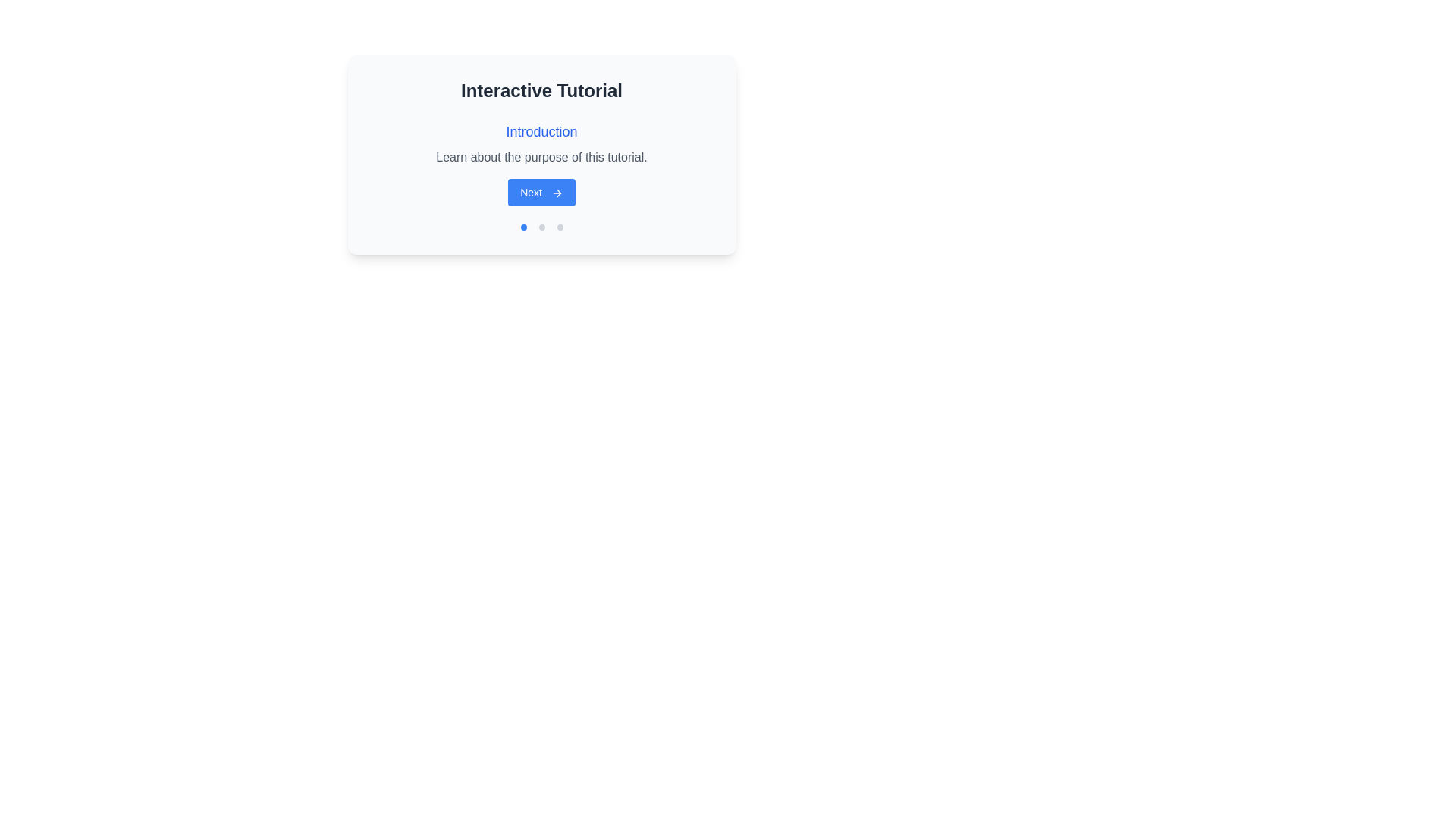 This screenshot has height=819, width=1456. What do you see at coordinates (541, 164) in the screenshot?
I see `the 'Next' button located at the bottom of the tutorial section to observe hover effects` at bounding box center [541, 164].